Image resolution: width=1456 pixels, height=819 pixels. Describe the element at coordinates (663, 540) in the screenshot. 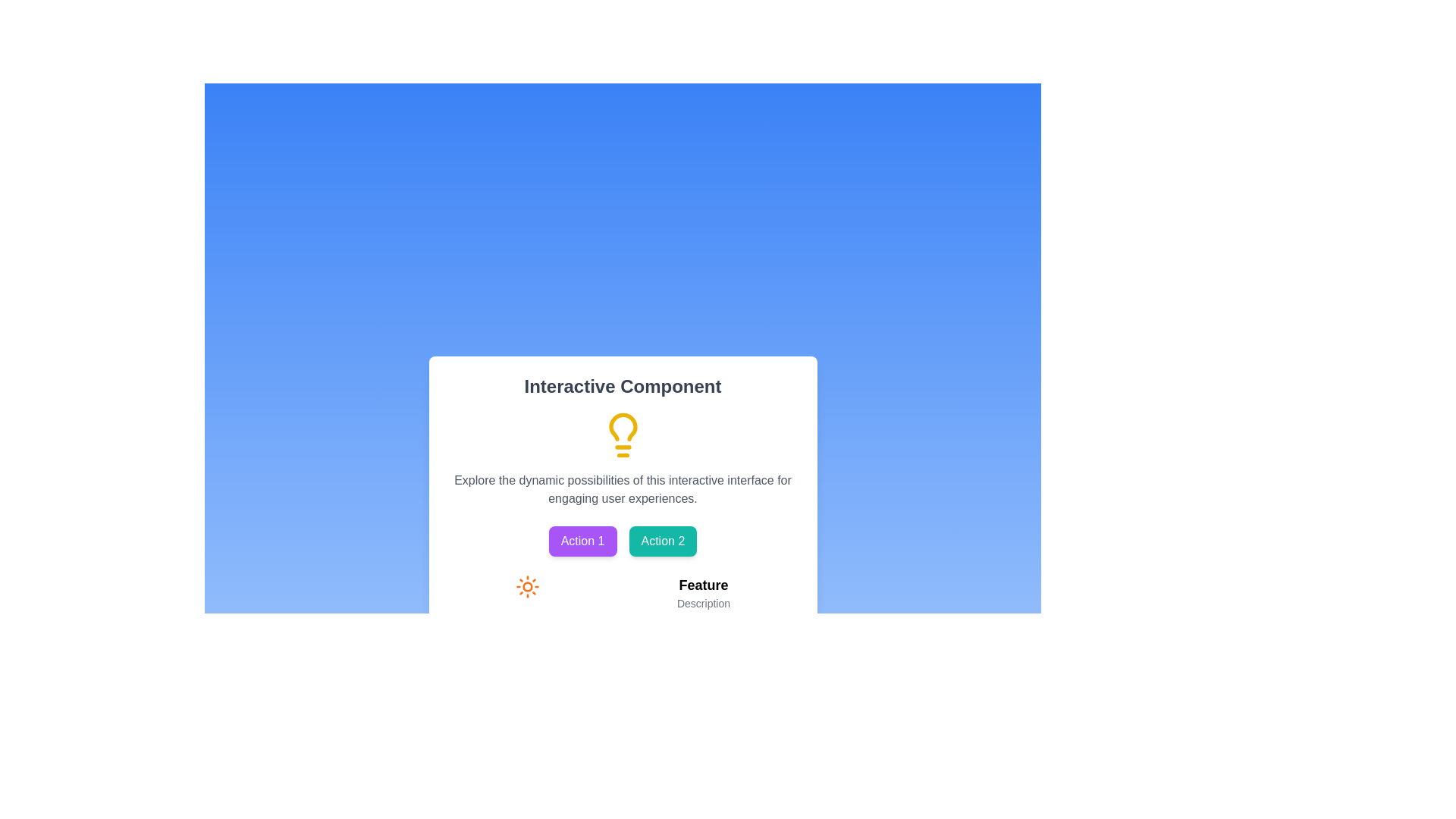

I see `the second button labeled 'Action 2' located in the lower middle section of the interface` at that location.